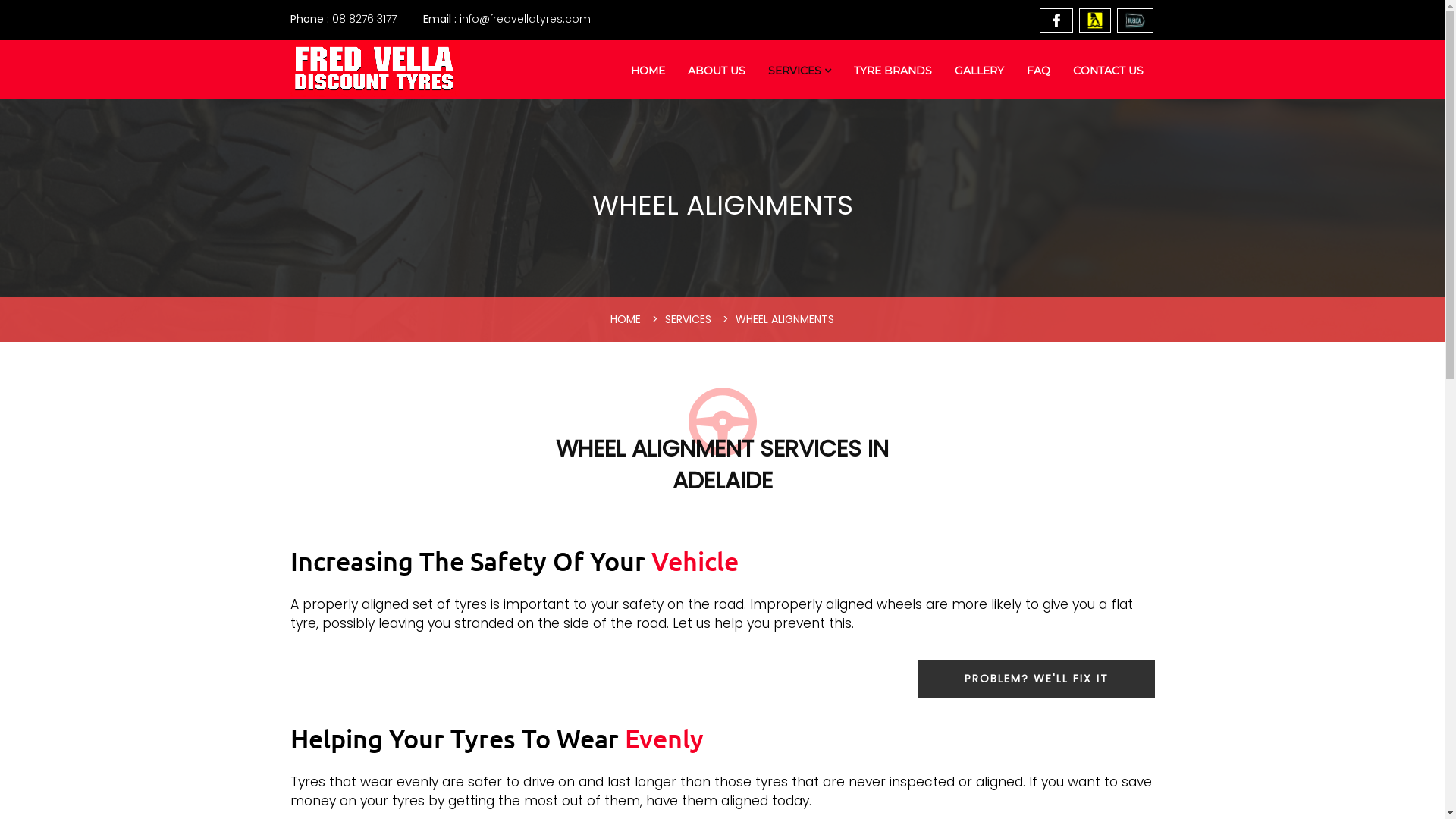 This screenshot has width=1456, height=819. Describe the element at coordinates (687, 318) in the screenshot. I see `'SERVICES'` at that location.